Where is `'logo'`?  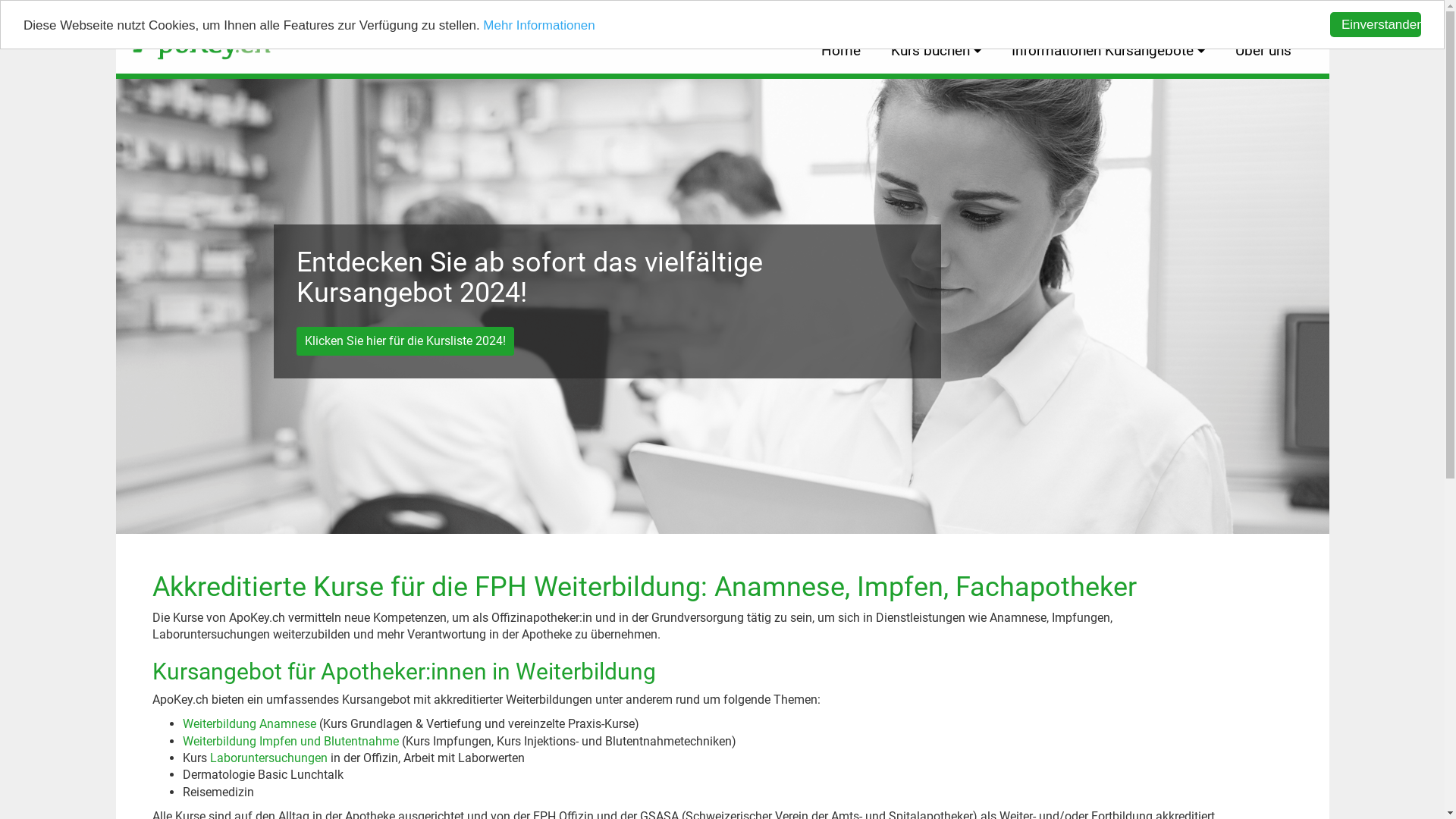 'logo' is located at coordinates (200, 34).